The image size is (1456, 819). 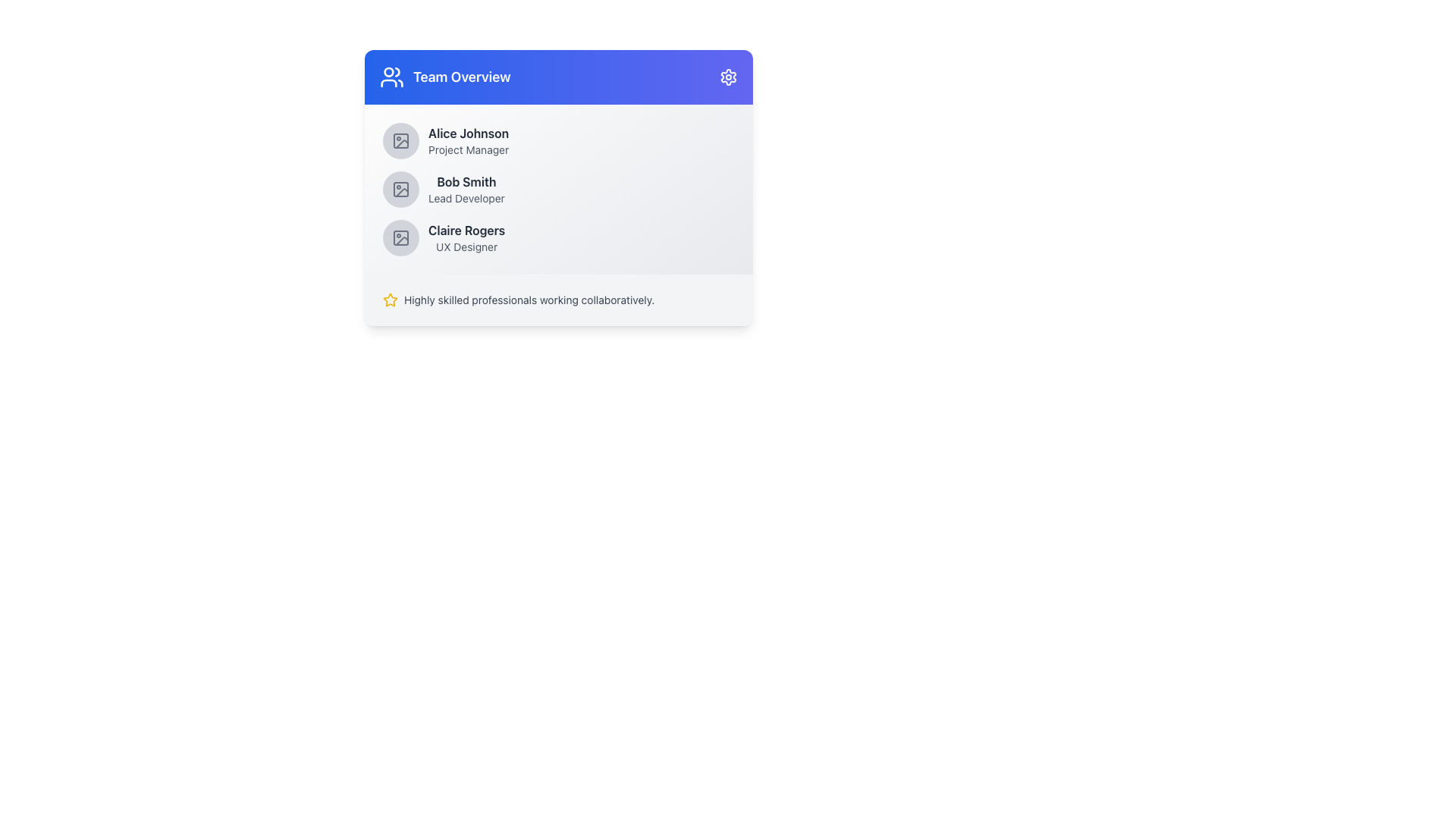 I want to click on the central list of team members in the 'Team Overview' card, so click(x=558, y=189).